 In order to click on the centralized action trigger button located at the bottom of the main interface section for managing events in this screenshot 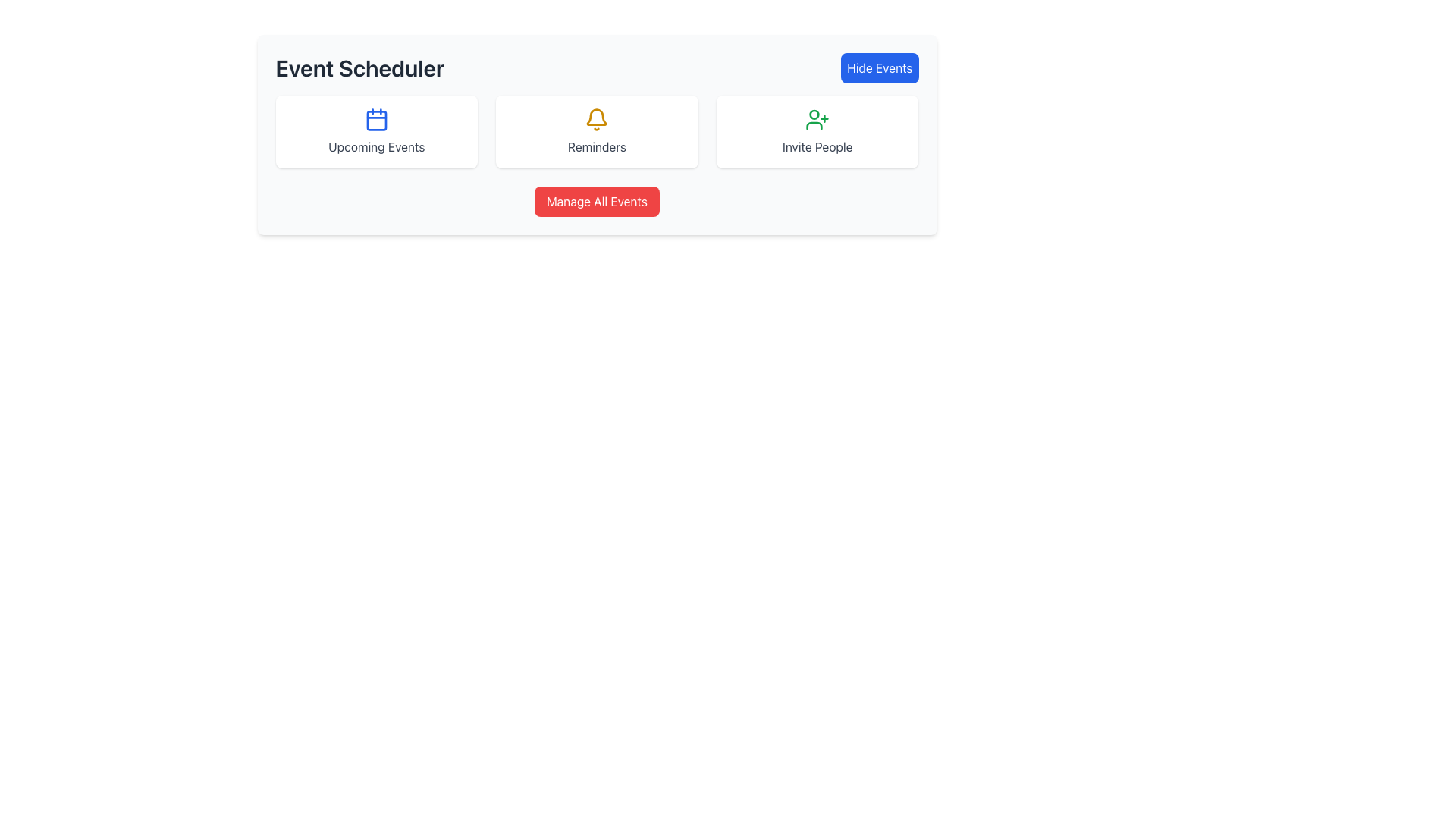, I will do `click(596, 201)`.